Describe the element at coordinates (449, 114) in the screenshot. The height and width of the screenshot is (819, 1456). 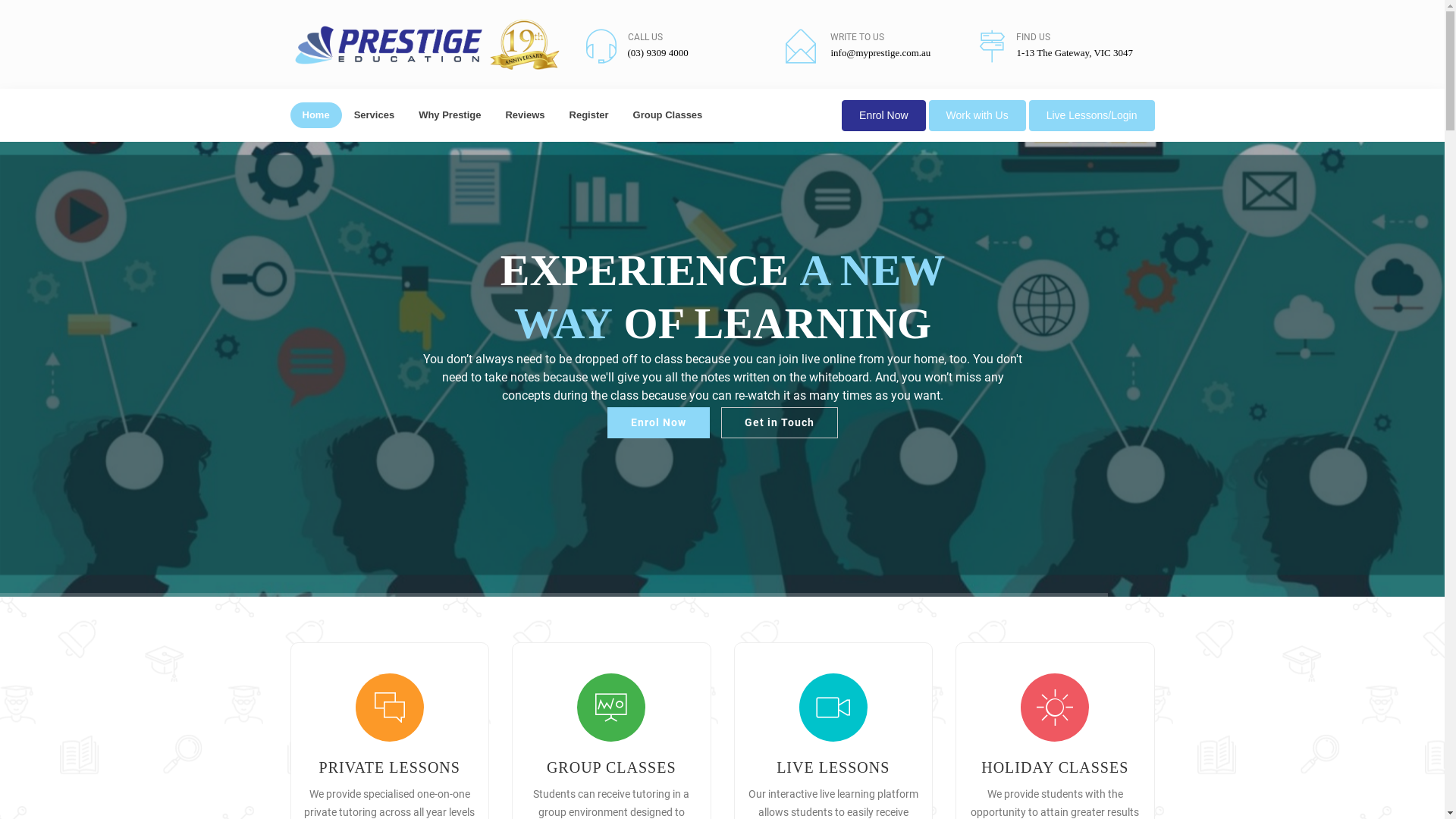
I see `'Why Prestige'` at that location.